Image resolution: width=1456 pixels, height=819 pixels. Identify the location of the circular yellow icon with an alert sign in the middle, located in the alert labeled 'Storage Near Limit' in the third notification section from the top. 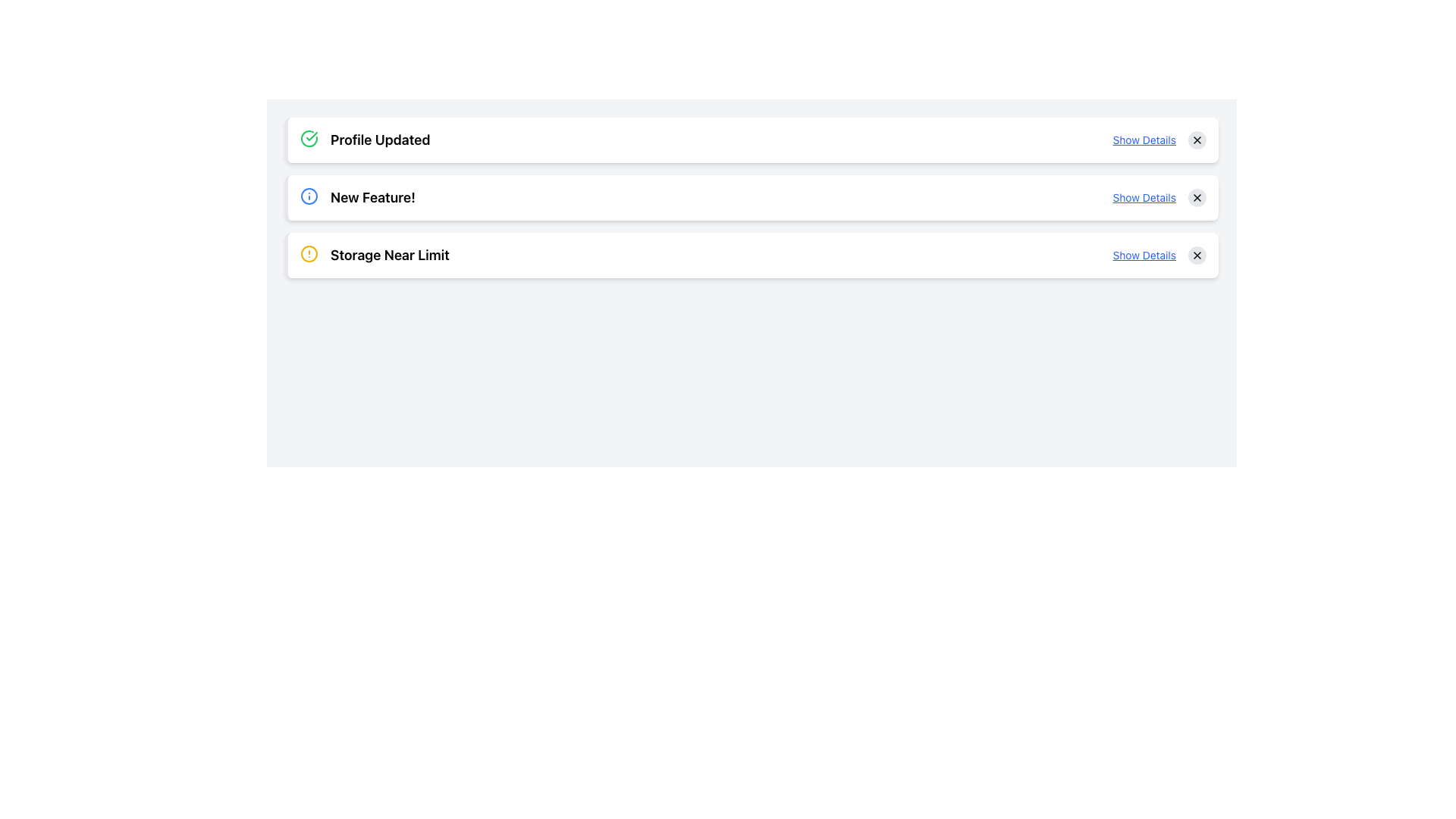
(309, 253).